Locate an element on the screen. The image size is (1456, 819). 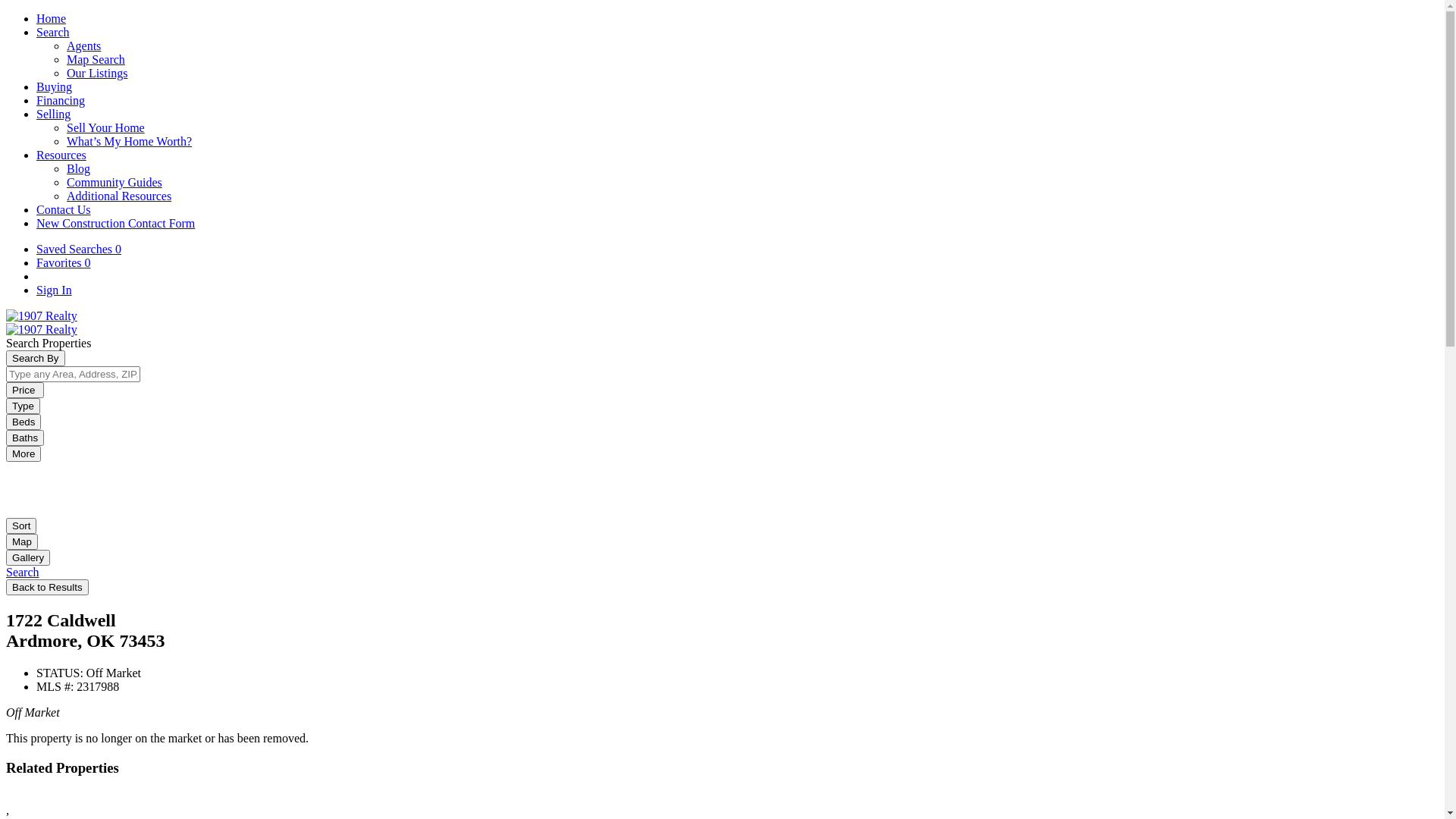
'Gallery' is located at coordinates (28, 557).